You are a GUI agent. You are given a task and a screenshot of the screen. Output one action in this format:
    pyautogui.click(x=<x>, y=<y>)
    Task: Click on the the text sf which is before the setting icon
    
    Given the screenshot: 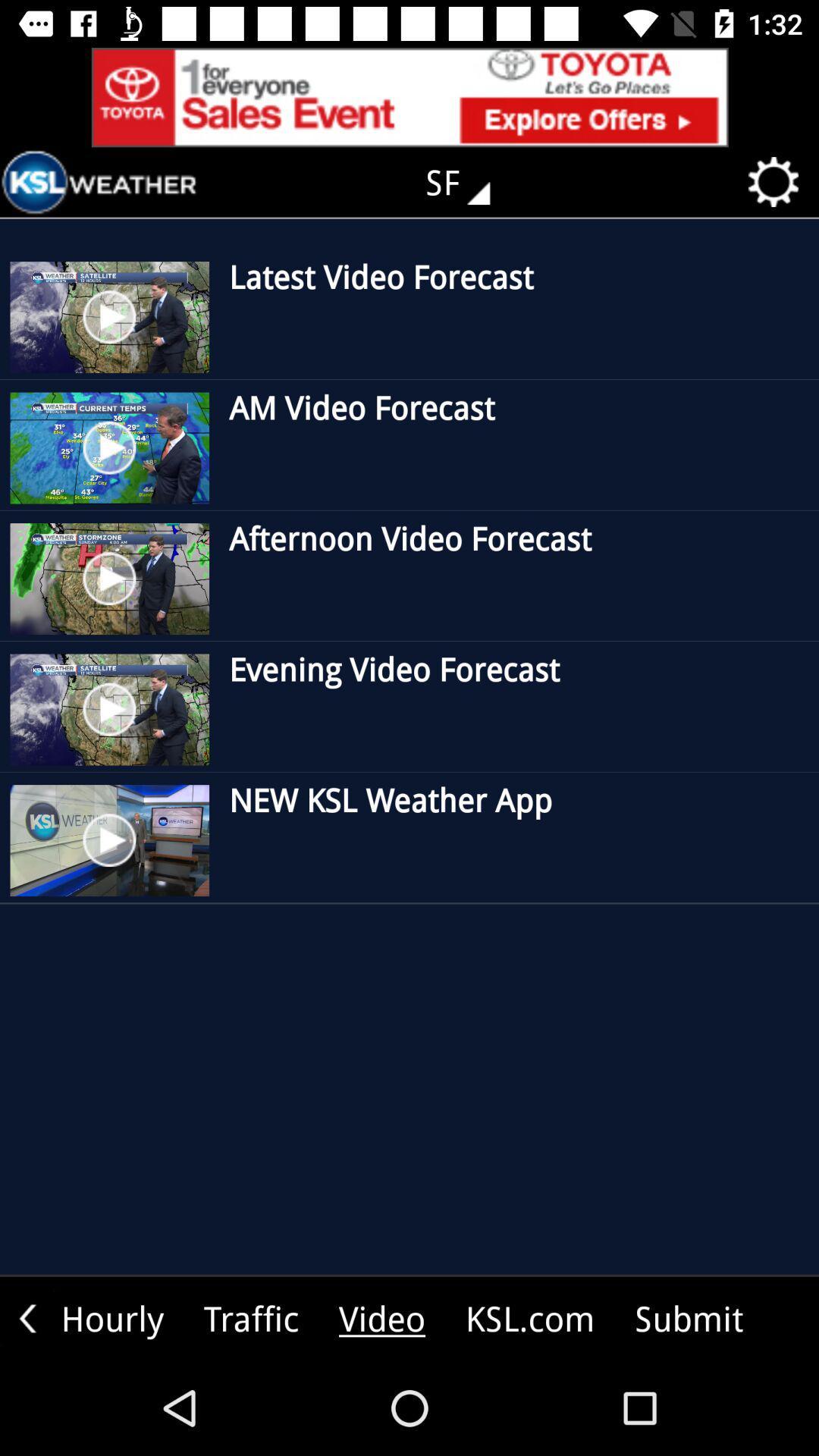 What is the action you would take?
    pyautogui.click(x=468, y=182)
    